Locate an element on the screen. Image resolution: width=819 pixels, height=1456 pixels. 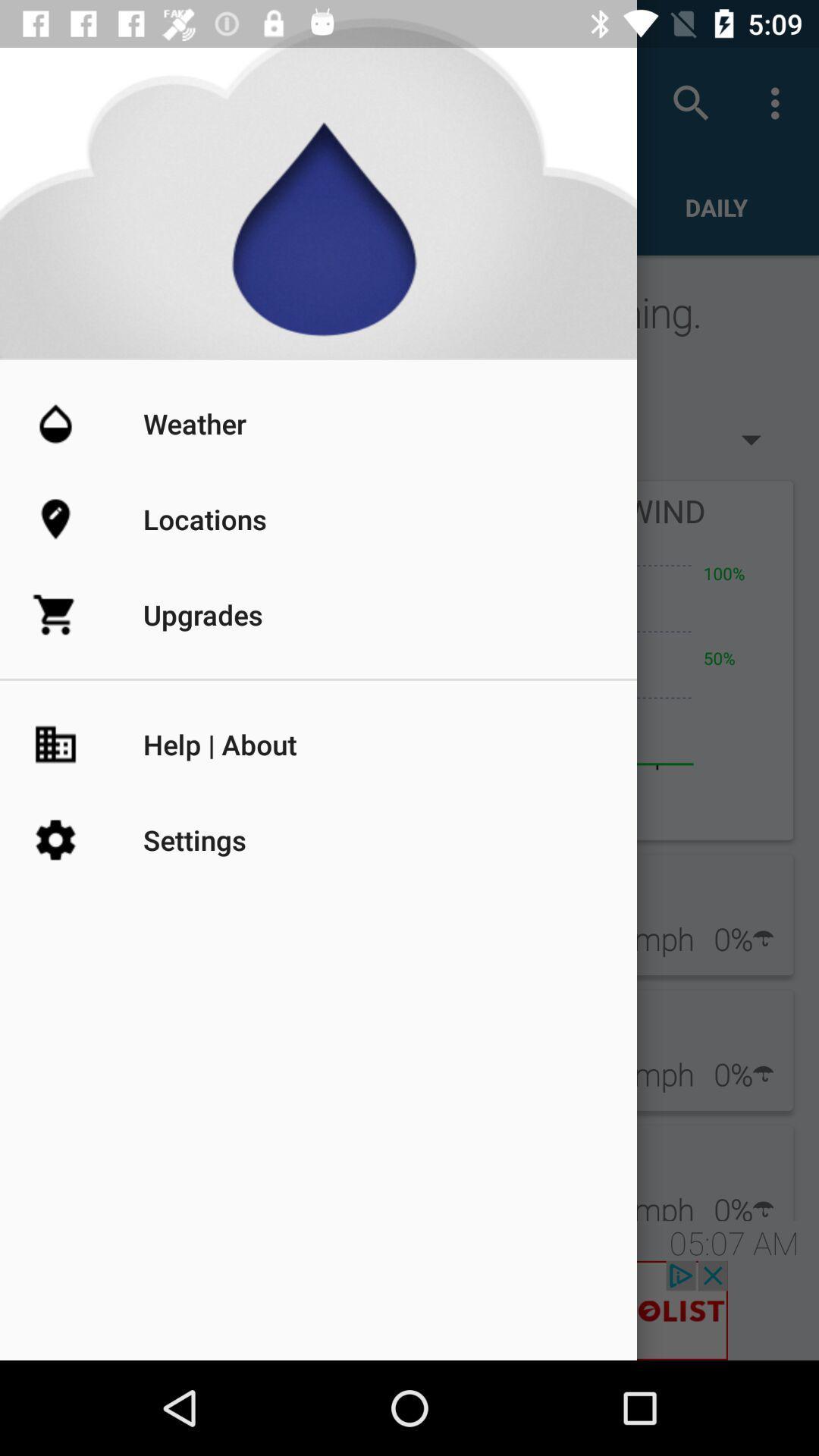
the icon left to help  about is located at coordinates (87, 745).